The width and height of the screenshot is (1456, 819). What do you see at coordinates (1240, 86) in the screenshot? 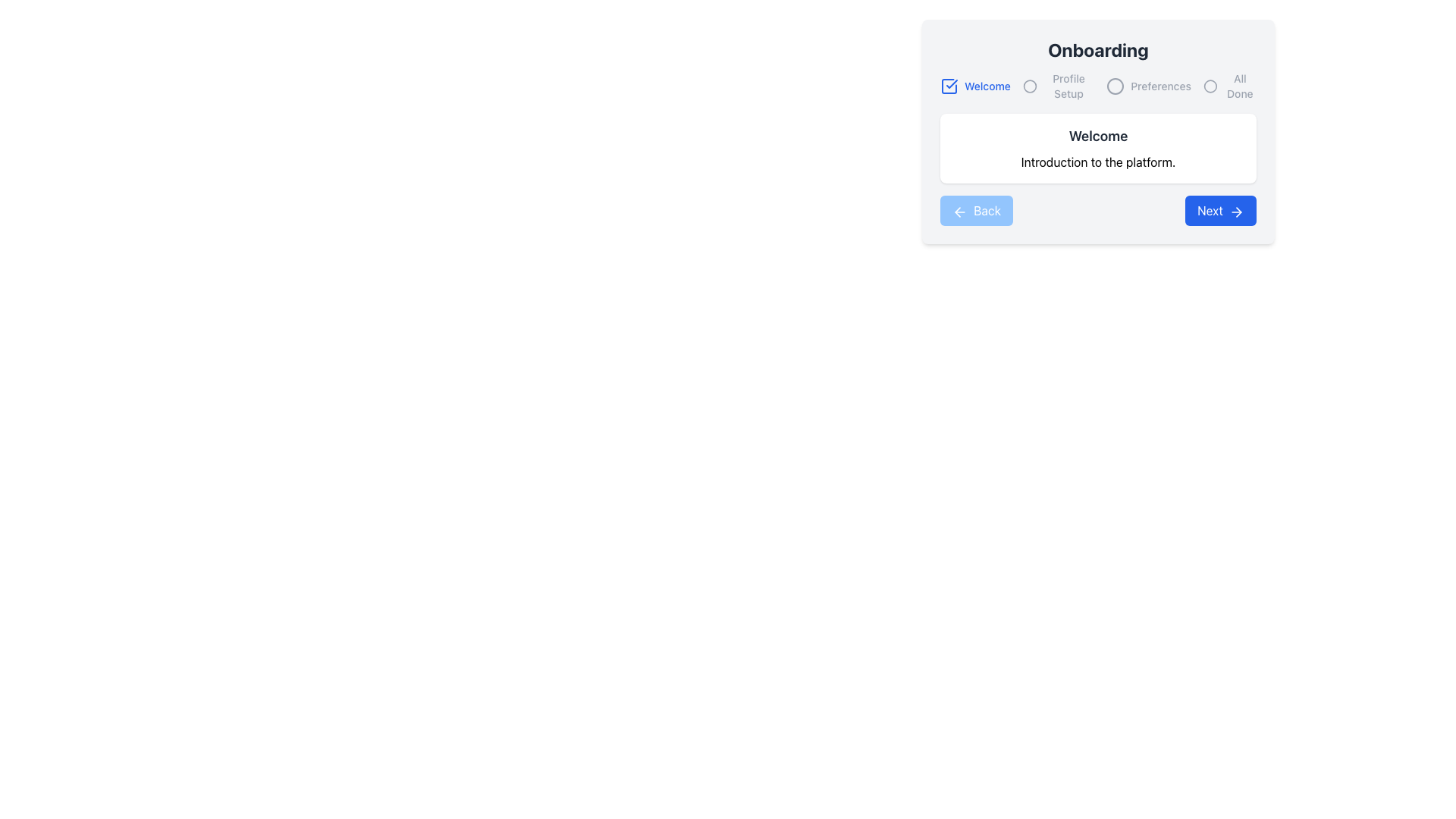
I see `the static text label displaying 'All Done' in gray, which is the last item in the navigation steps of the onboarding interface` at bounding box center [1240, 86].